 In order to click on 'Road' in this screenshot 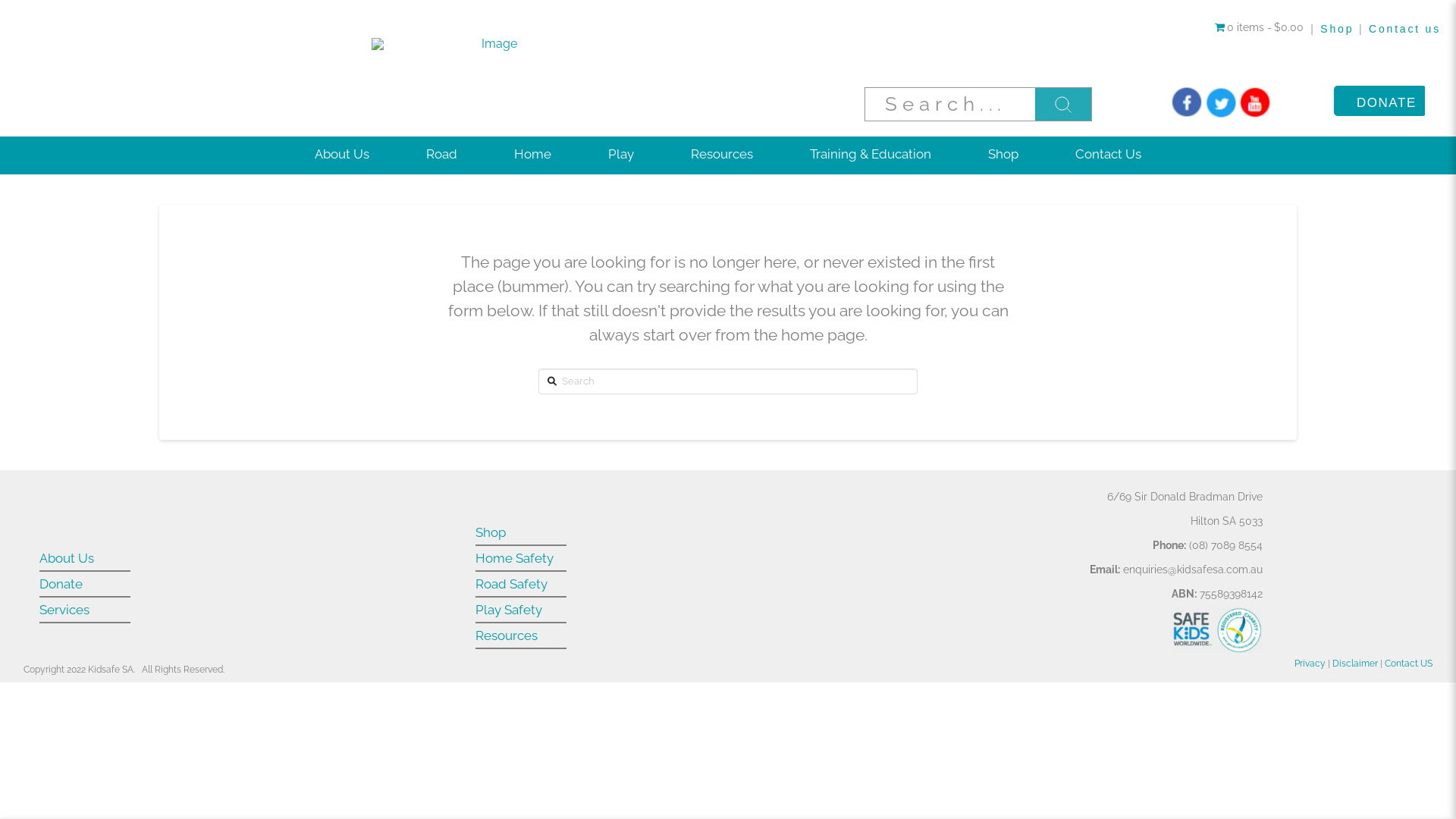, I will do `click(440, 155)`.